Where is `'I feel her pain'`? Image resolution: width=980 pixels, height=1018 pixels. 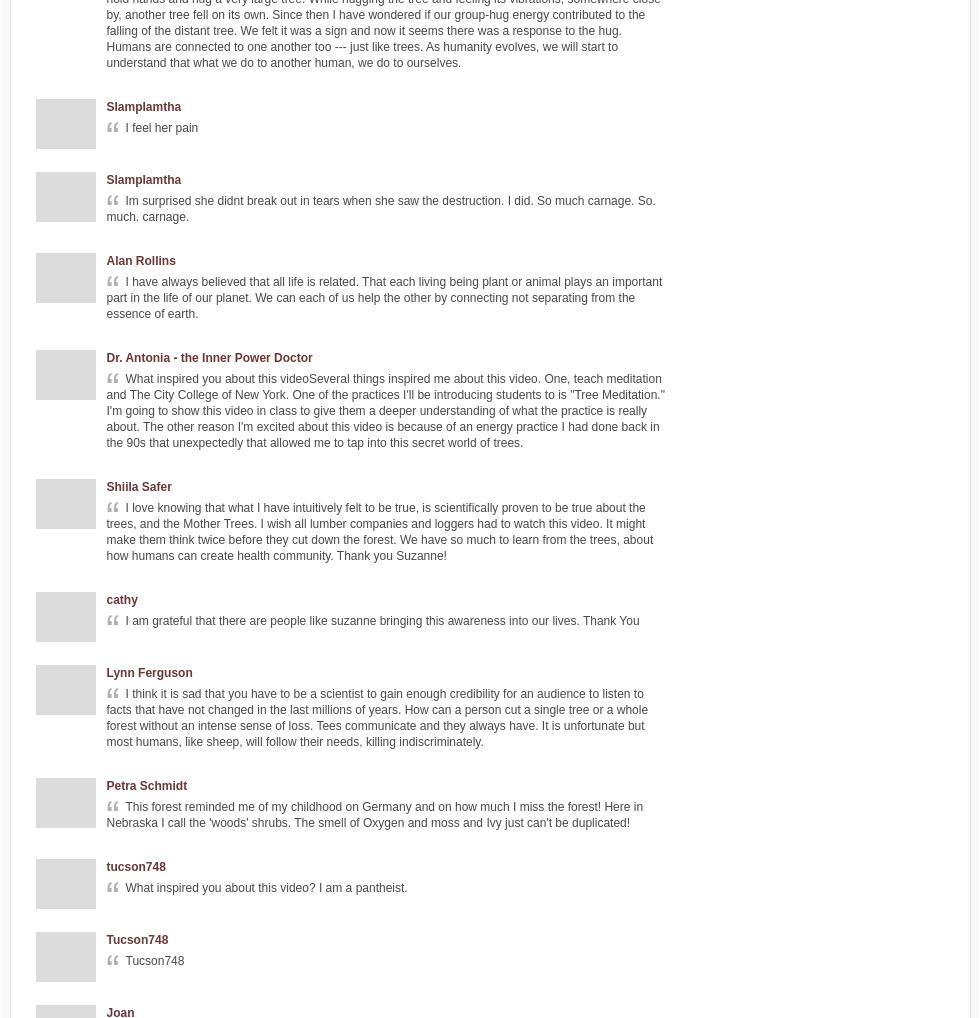 'I feel her pain' is located at coordinates (161, 126).